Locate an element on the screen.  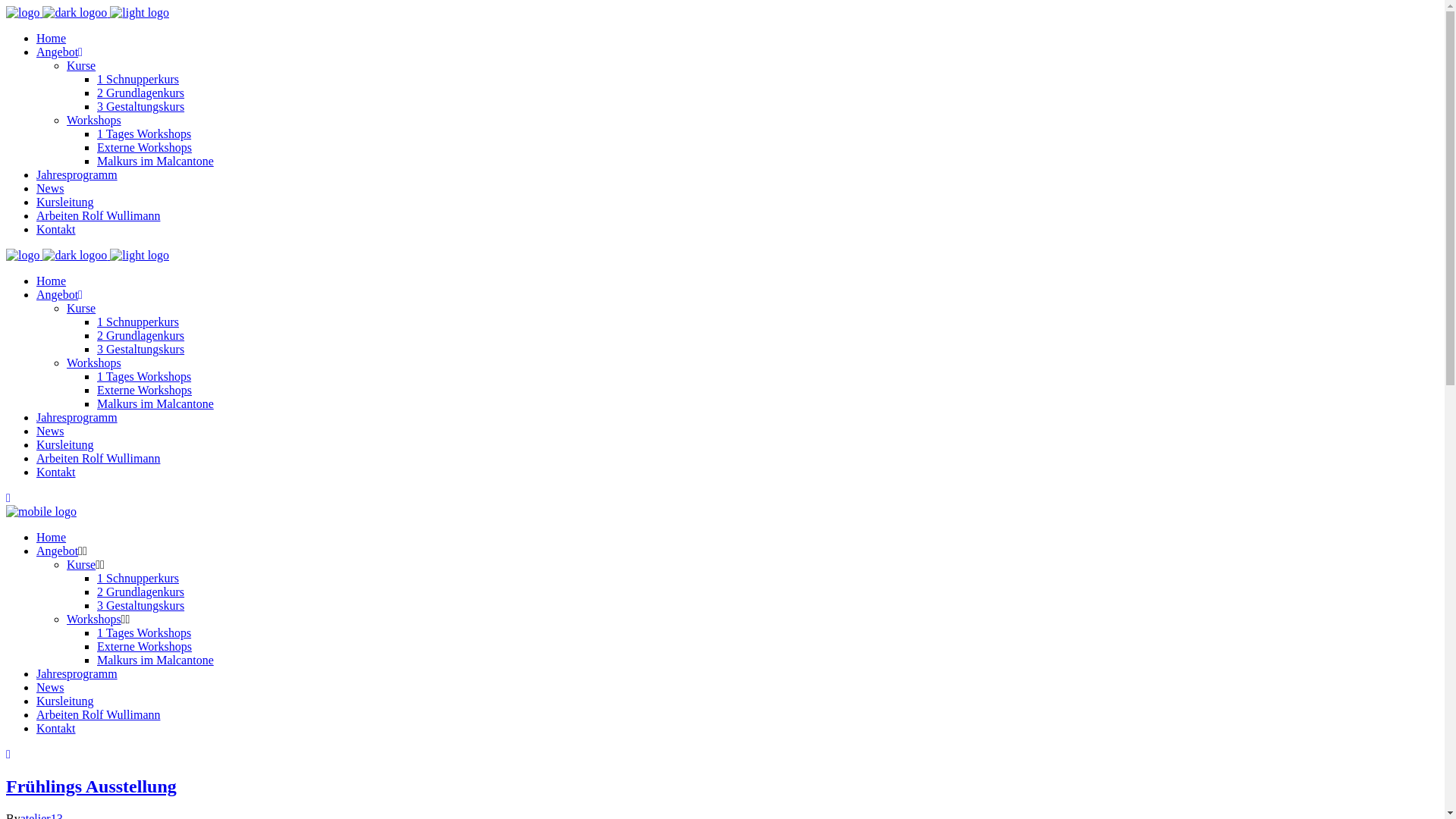
'Kursleitung' is located at coordinates (64, 201).